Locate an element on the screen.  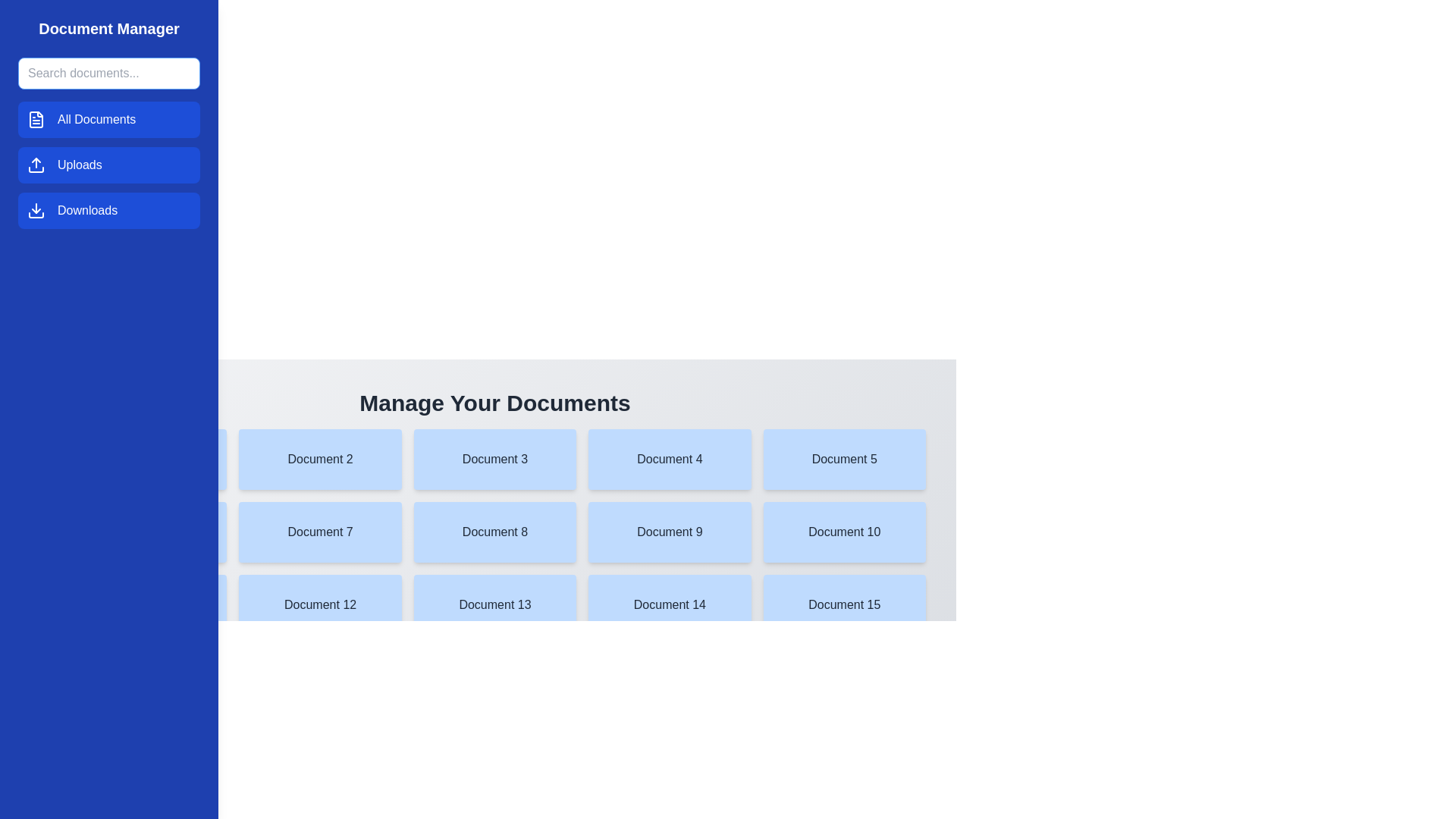
the menu button to toggle the drawer open or closed is located at coordinates (46, 371).